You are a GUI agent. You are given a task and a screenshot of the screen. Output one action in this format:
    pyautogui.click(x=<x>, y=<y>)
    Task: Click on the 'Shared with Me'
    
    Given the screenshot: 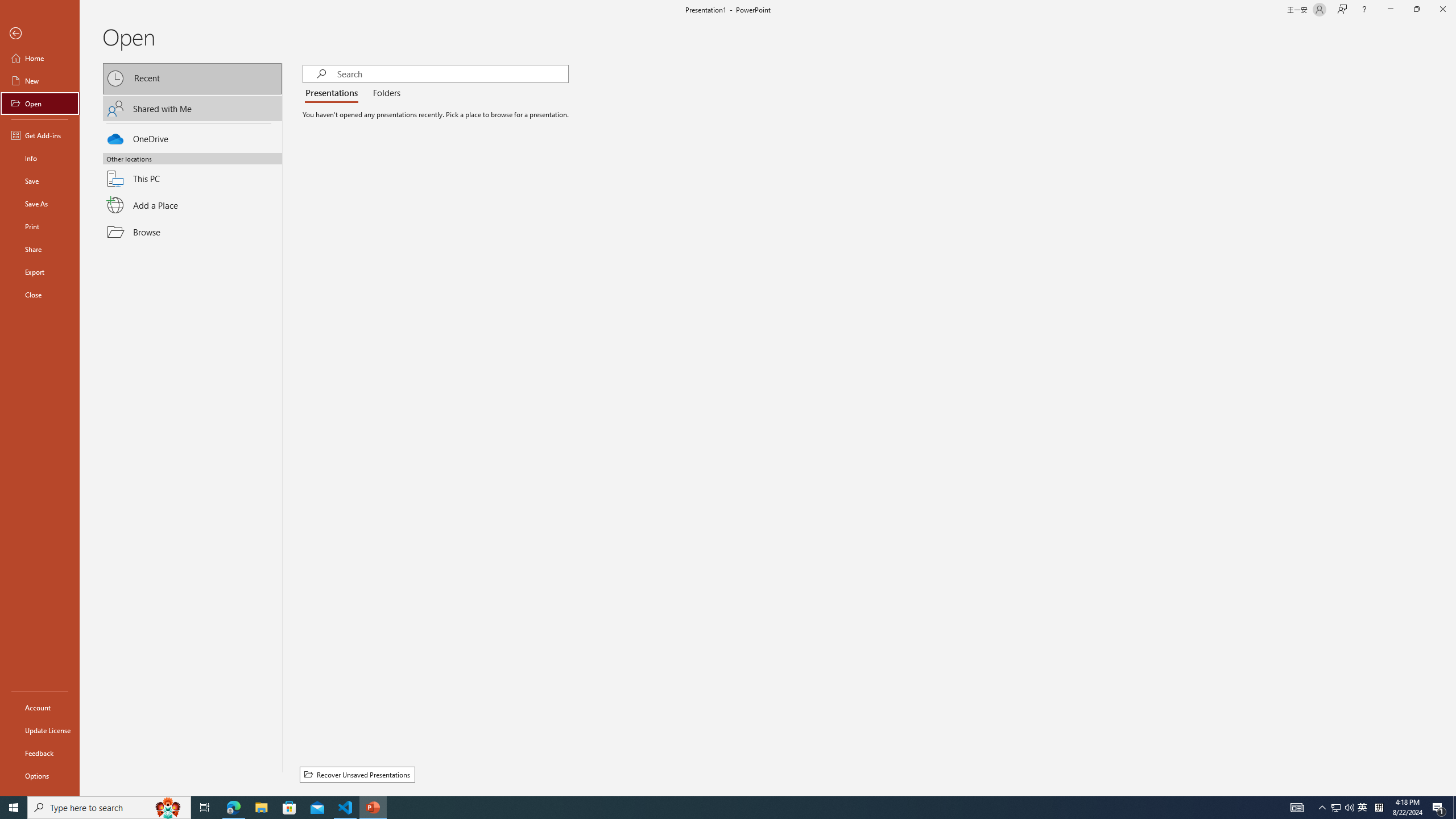 What is the action you would take?
    pyautogui.click(x=192, y=107)
    